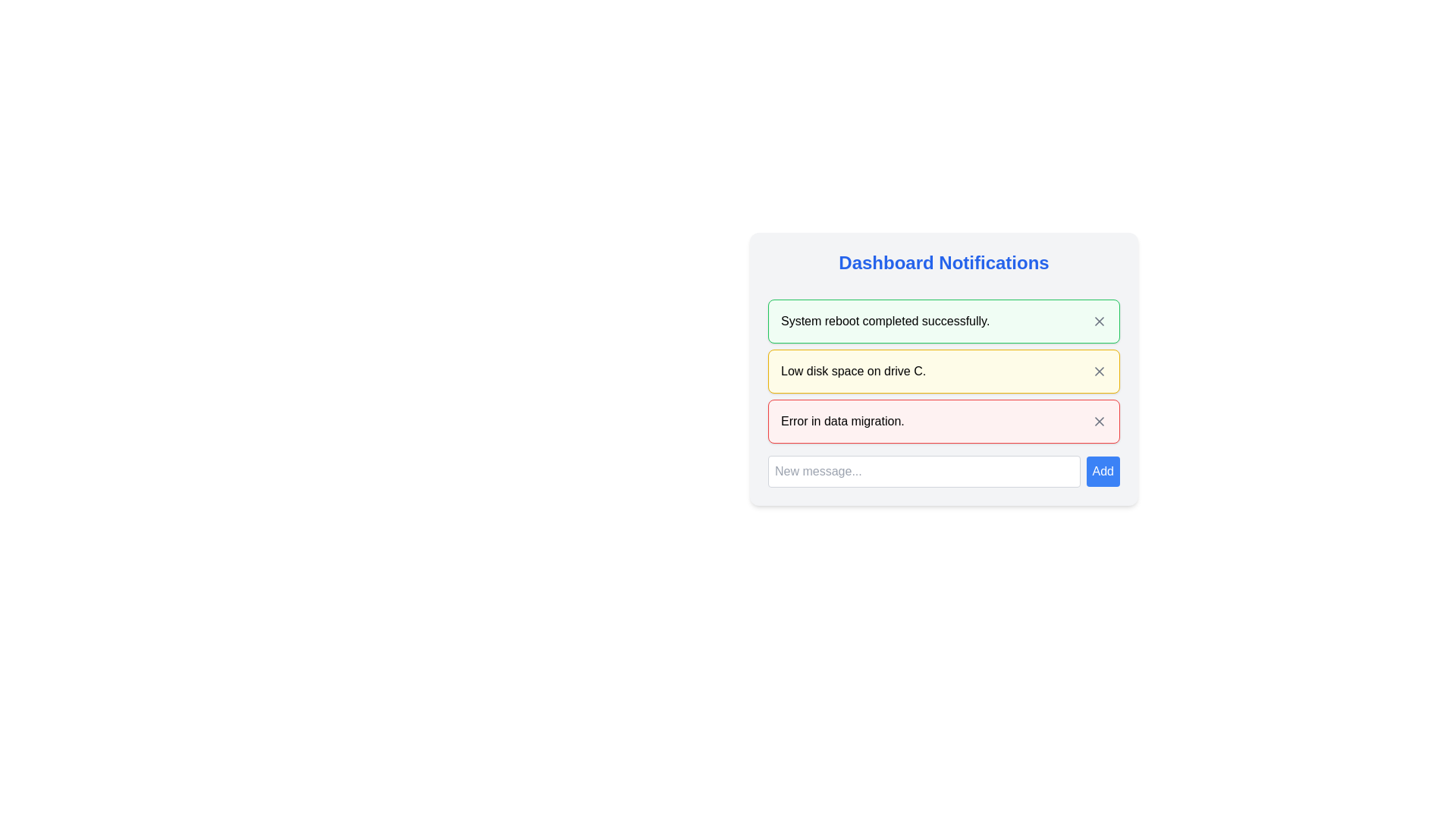 This screenshot has height=819, width=1456. What do you see at coordinates (885, 321) in the screenshot?
I see `the status message text label indicating successful system reboot within the green bordered notification box at the top of the 'Dashboard Notifications' interface` at bounding box center [885, 321].